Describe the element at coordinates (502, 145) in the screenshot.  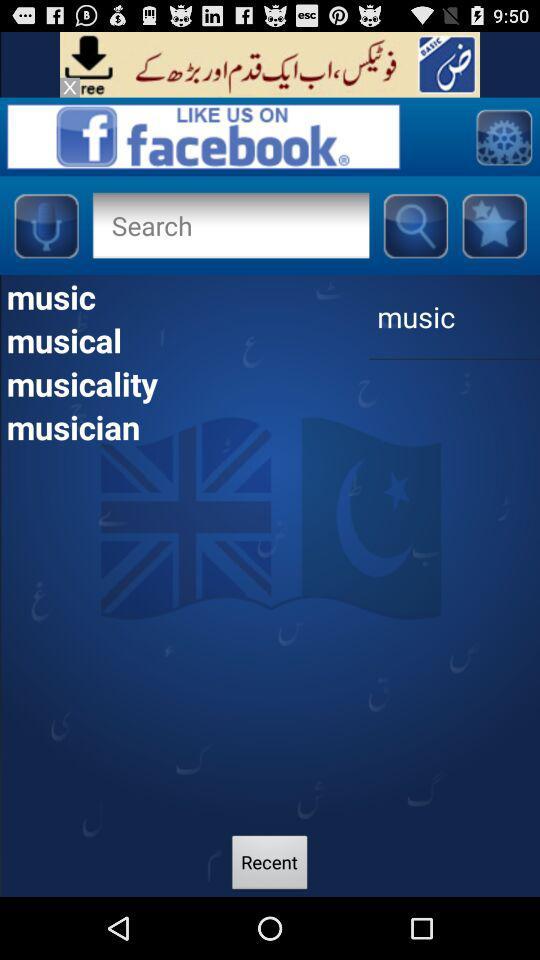
I see `the settings icon` at that location.